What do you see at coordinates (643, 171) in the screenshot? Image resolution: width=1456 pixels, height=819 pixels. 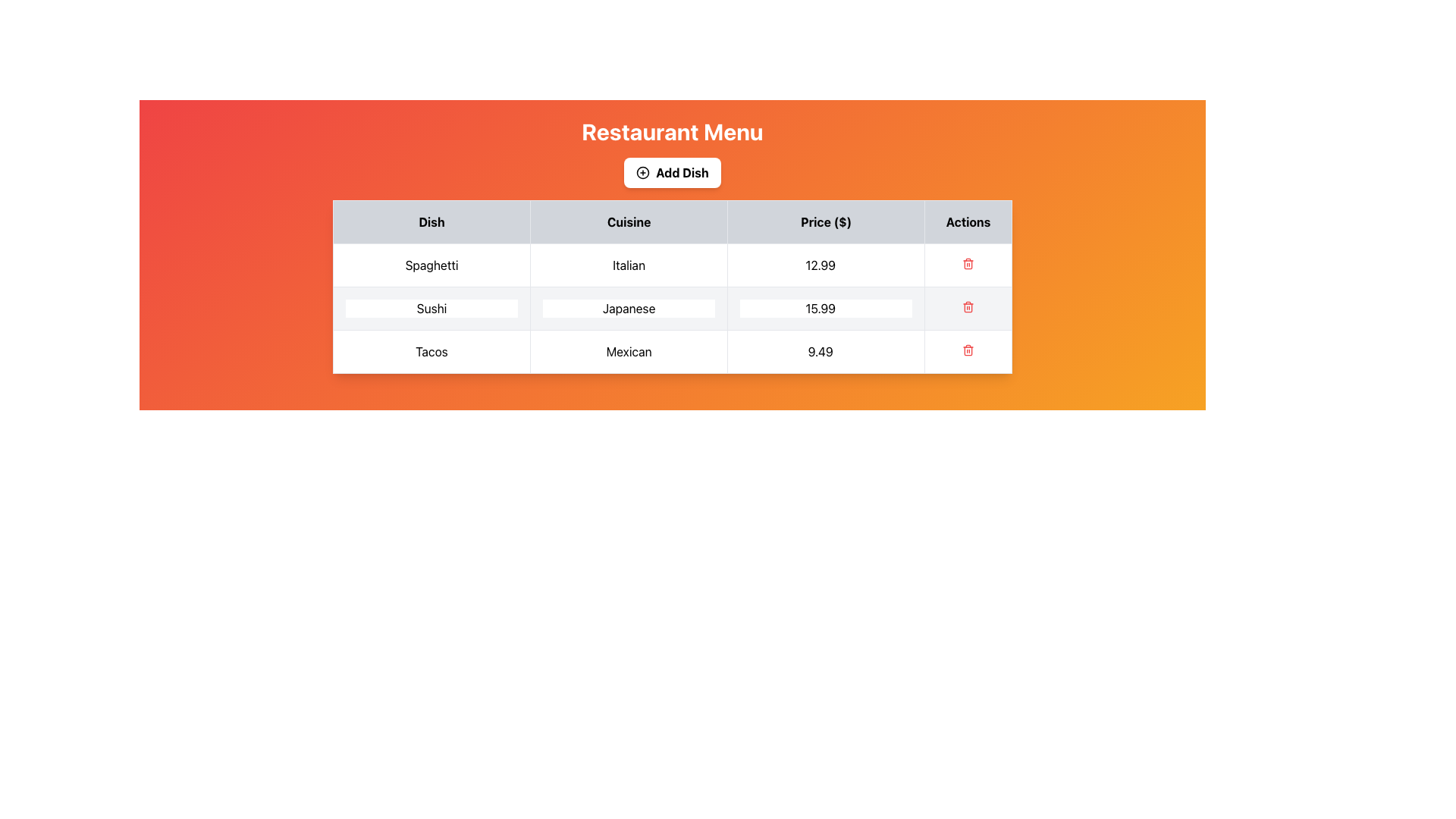 I see `the 'Add Dish' button which contains the icon indicating the addition operation, located centrally at the top of the interface under the title 'Restaurant Menu'` at bounding box center [643, 171].